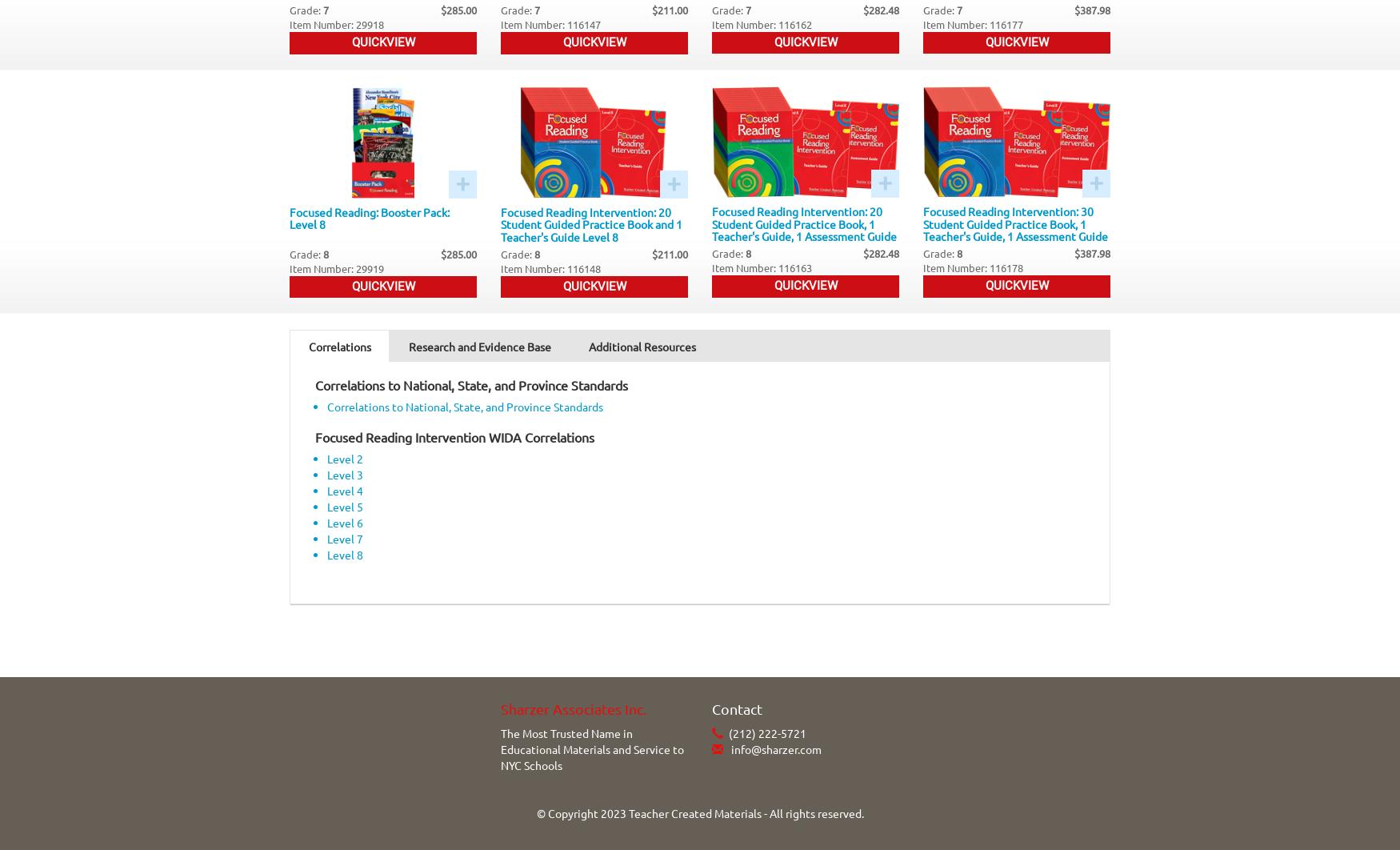 The image size is (1400, 850). I want to click on 'Focused Reading: Booster Pack: Level 8', so click(370, 216).